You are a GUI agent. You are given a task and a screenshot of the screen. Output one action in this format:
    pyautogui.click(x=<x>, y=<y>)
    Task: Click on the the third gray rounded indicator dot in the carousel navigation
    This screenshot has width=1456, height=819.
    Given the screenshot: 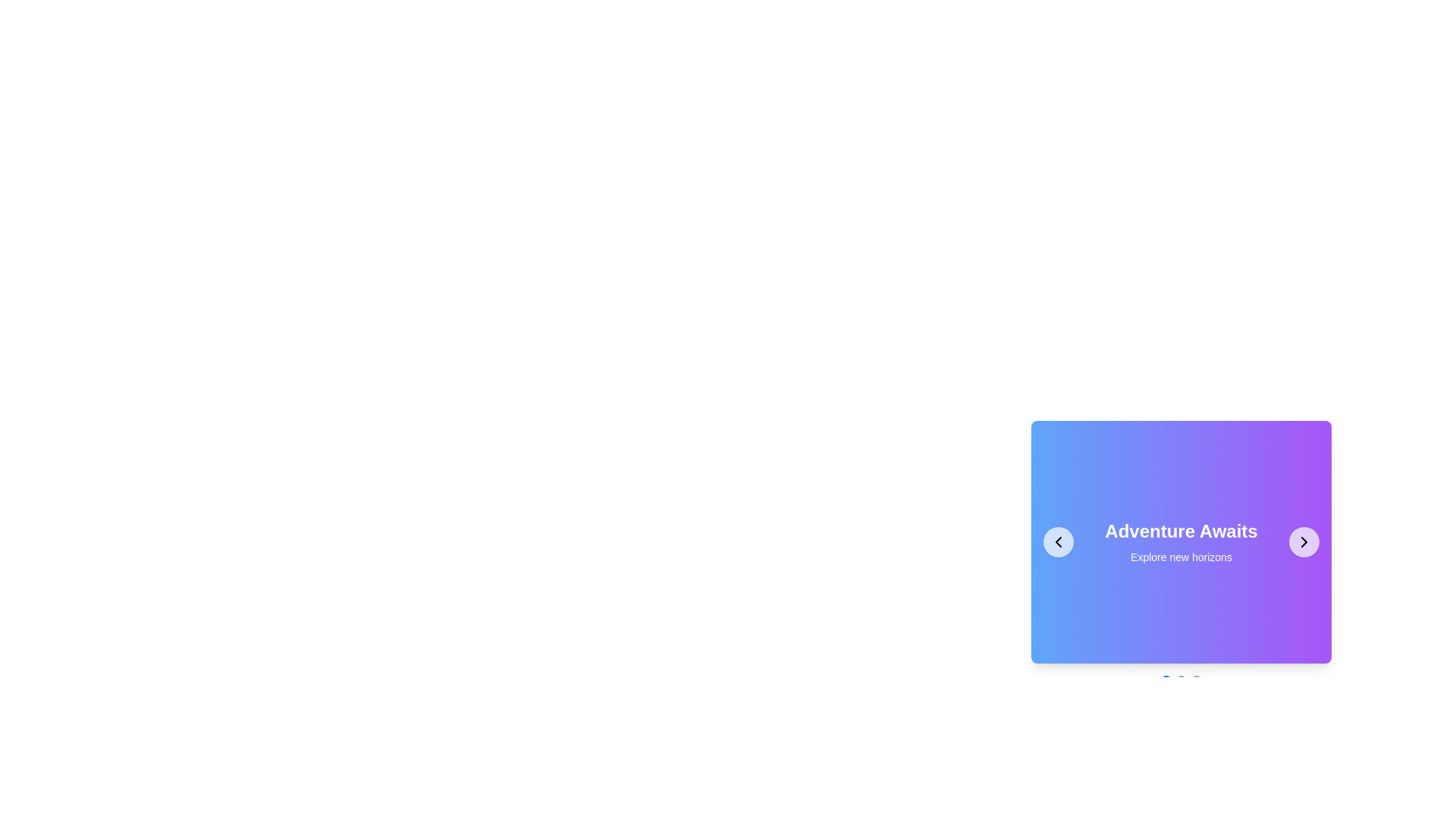 What is the action you would take?
    pyautogui.click(x=1196, y=679)
    